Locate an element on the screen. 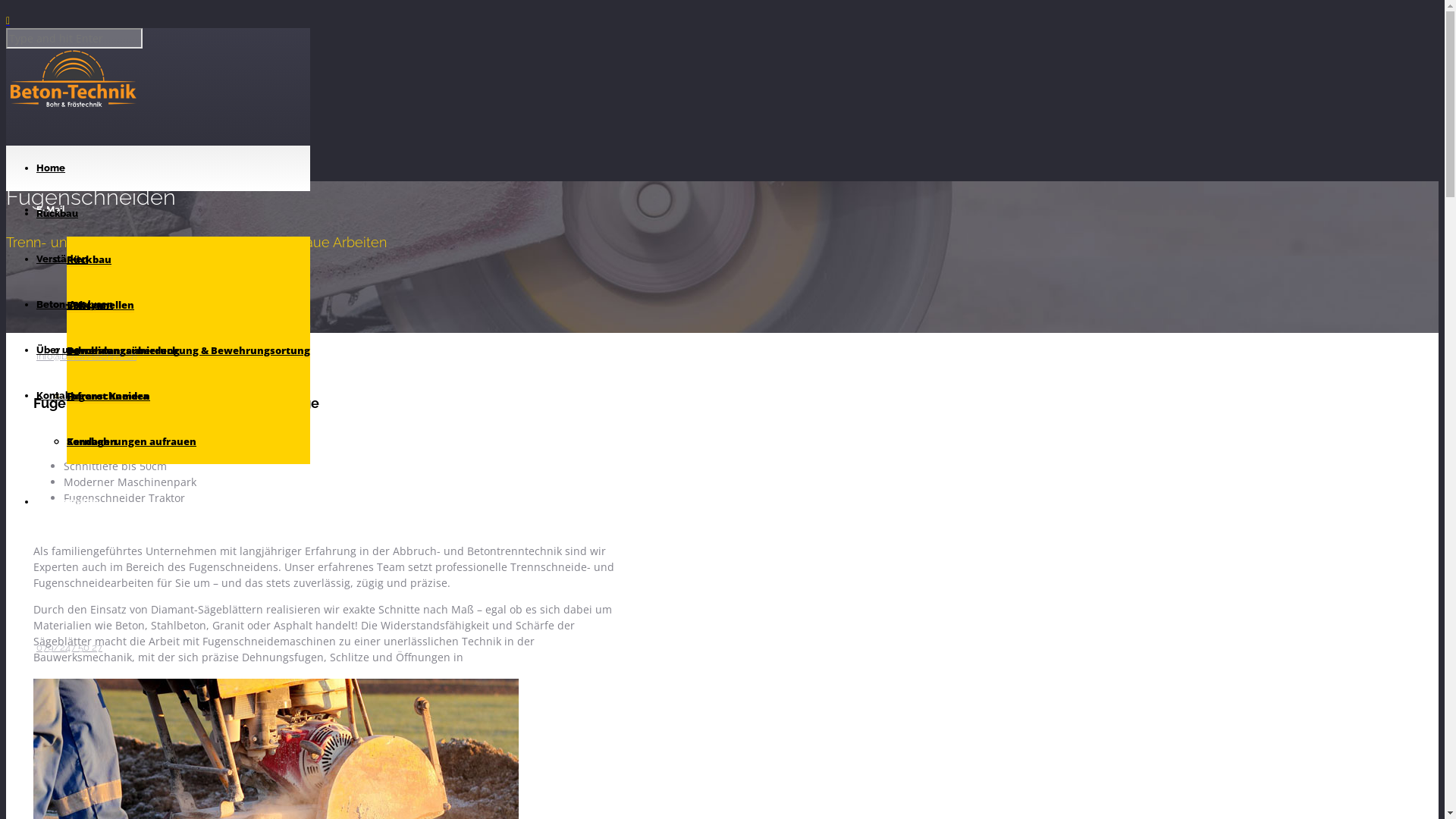 Image resolution: width=1456 pixels, height=819 pixels. 'Kernbohrungen aufrauen' is located at coordinates (65, 441).